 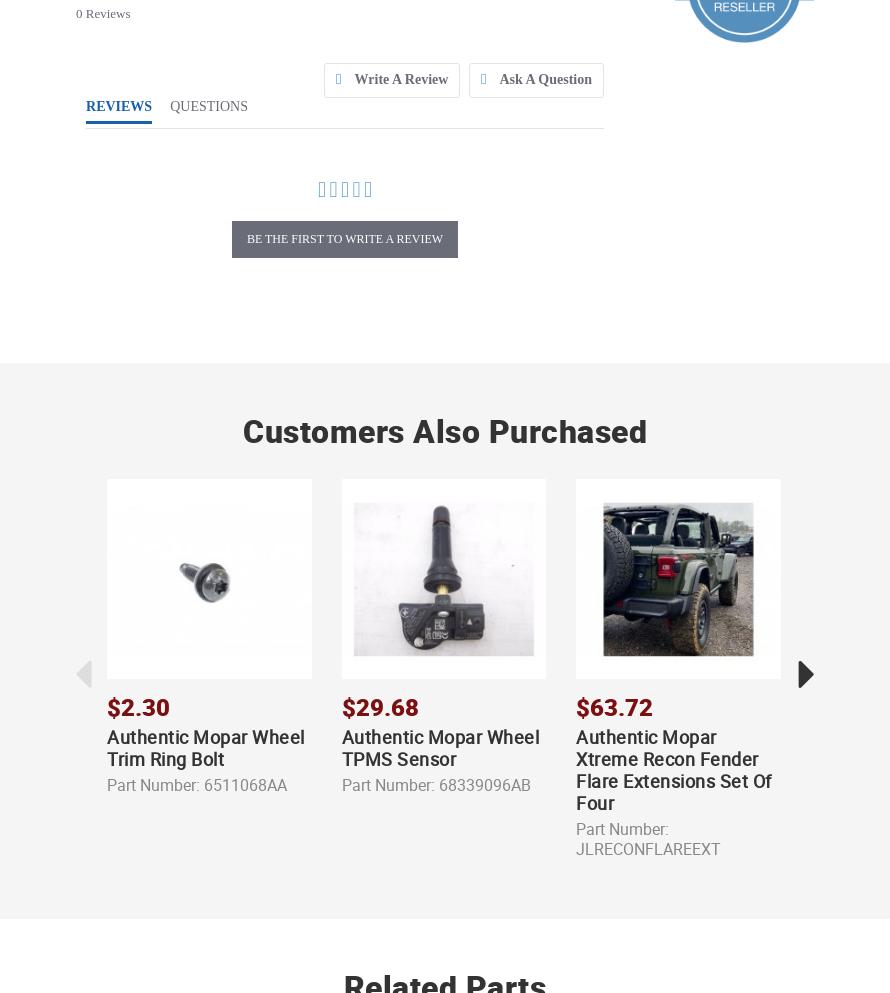 What do you see at coordinates (648, 876) in the screenshot?
I see `'120 Reviews'` at bounding box center [648, 876].